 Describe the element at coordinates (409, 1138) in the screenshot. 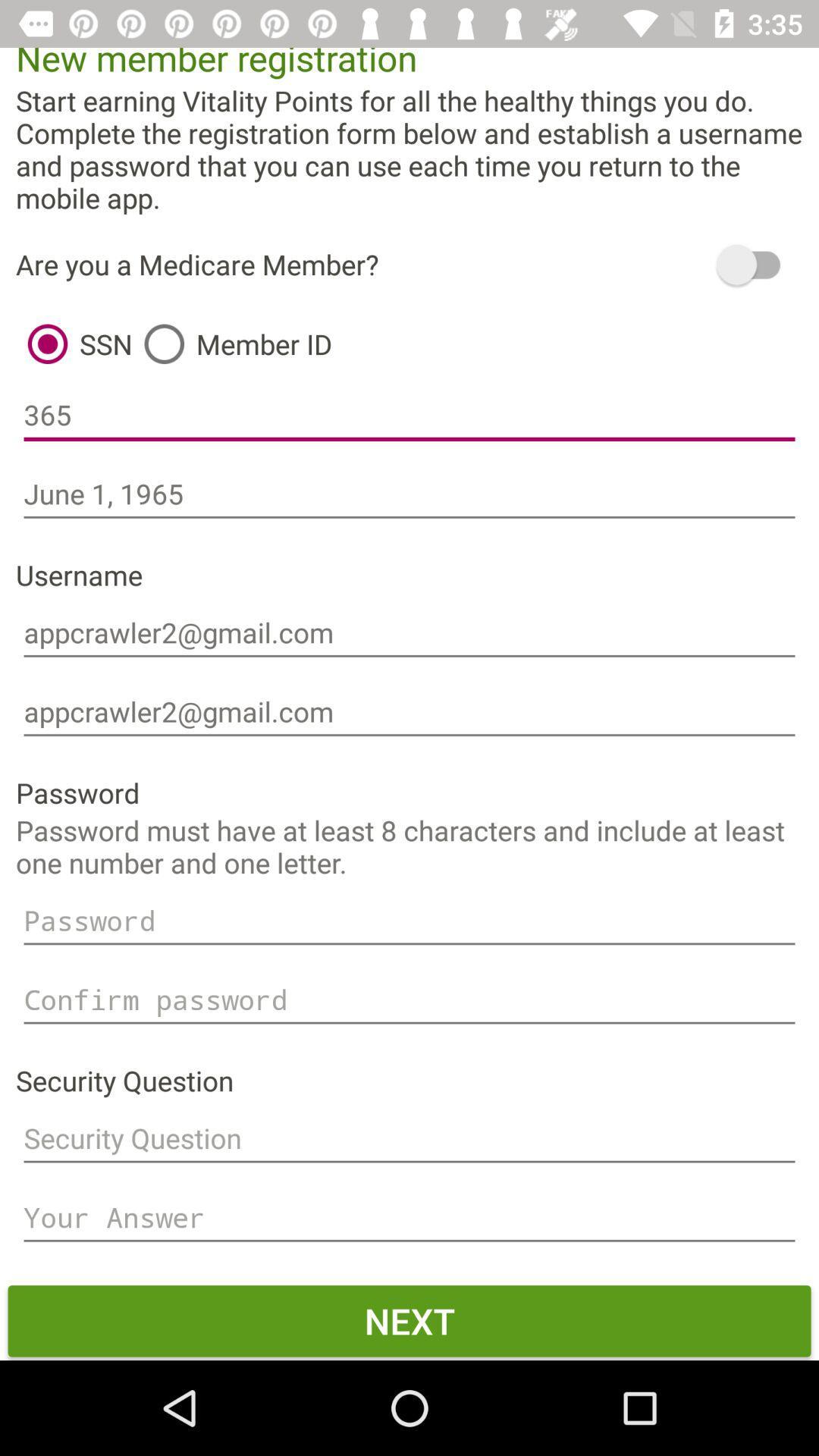

I see `write the security question` at that location.